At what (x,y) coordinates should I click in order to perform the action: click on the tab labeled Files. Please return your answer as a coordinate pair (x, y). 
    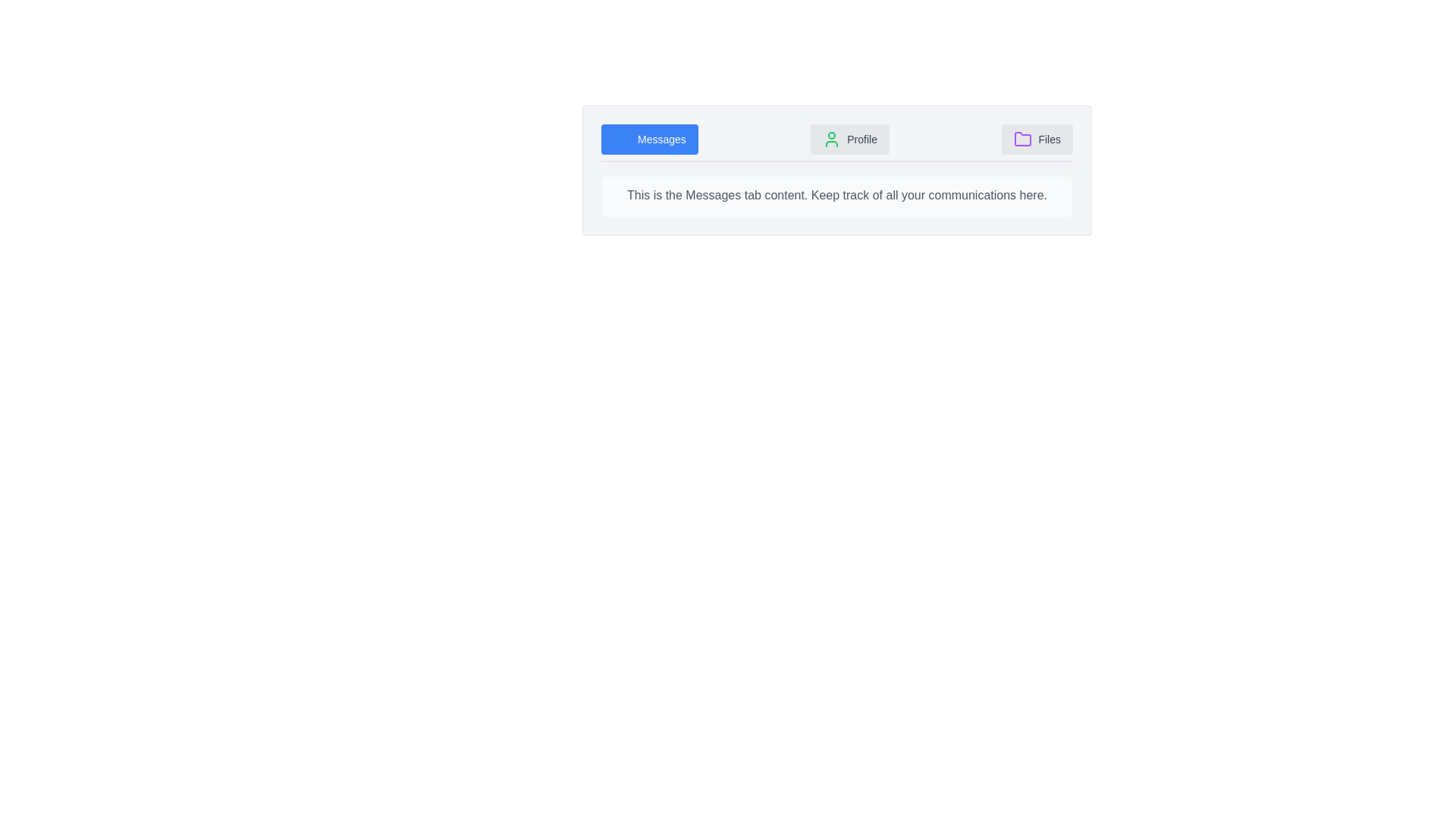
    Looking at the image, I should click on (1037, 140).